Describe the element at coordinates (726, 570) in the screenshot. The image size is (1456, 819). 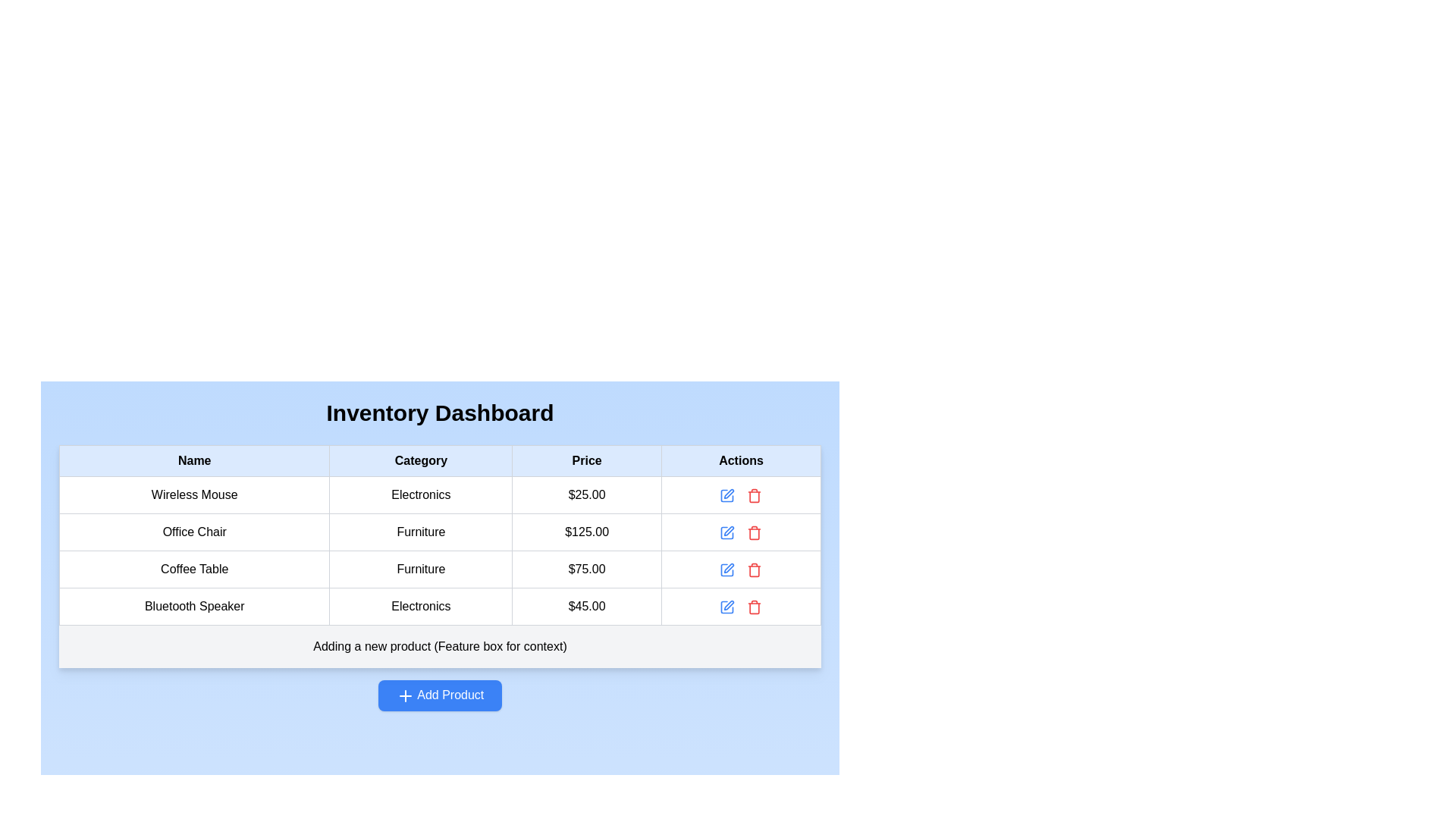
I see `the edit button located in the 'Actions' column of the third row in the table to initiate editing` at that location.